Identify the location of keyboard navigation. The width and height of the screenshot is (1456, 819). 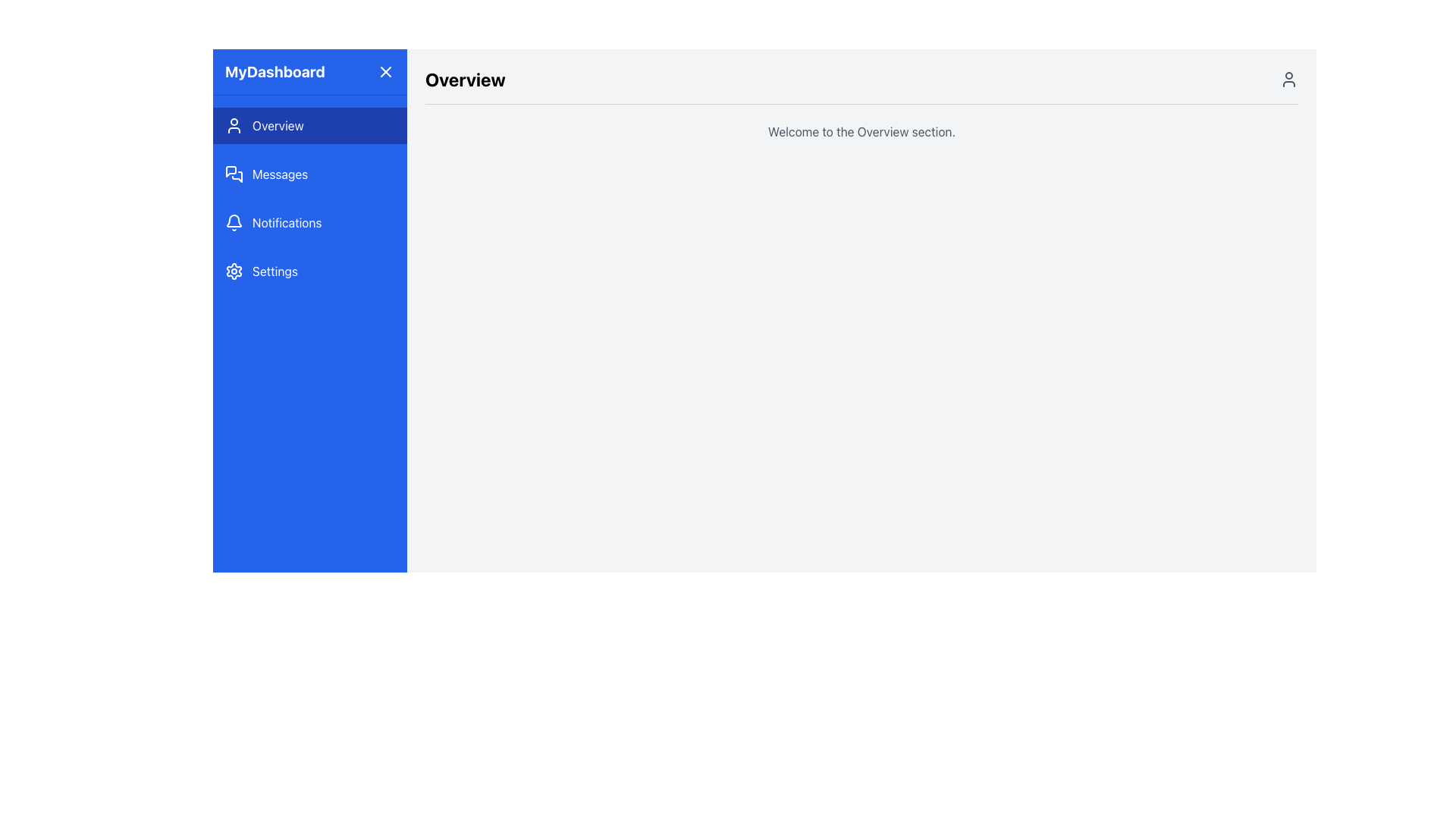
(309, 271).